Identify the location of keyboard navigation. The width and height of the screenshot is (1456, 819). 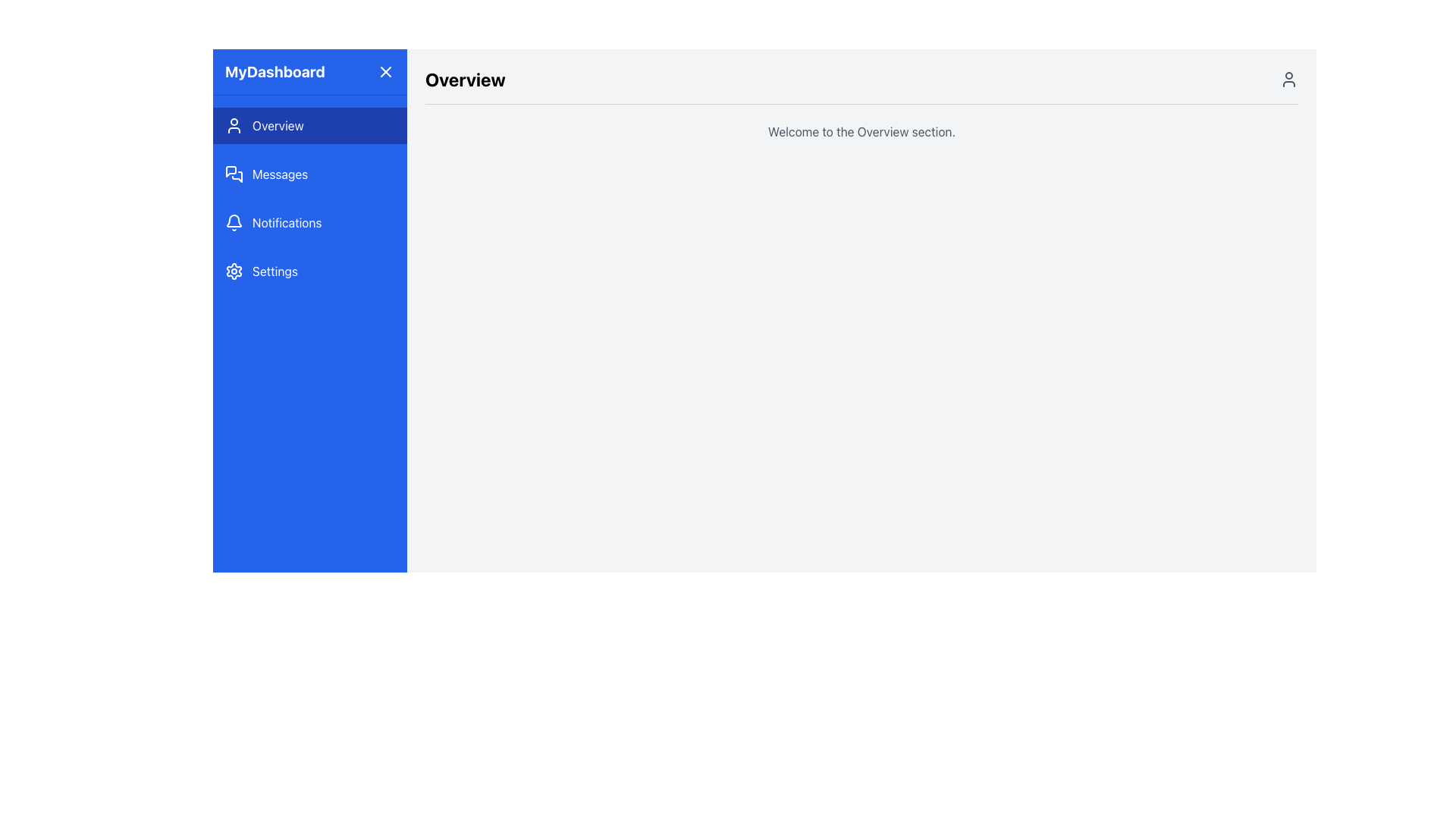
(309, 271).